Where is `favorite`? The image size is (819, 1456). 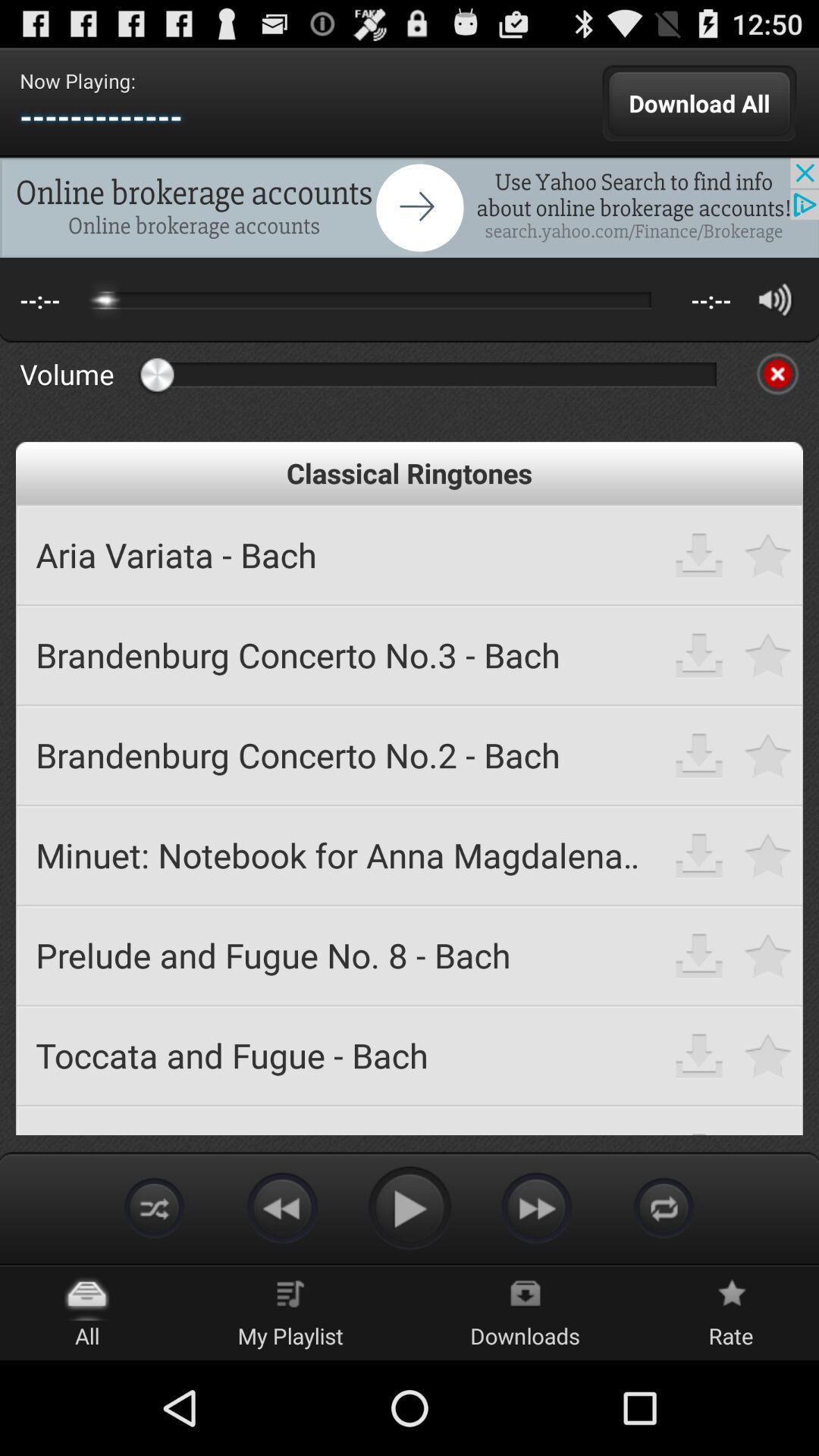 favorite is located at coordinates (768, 554).